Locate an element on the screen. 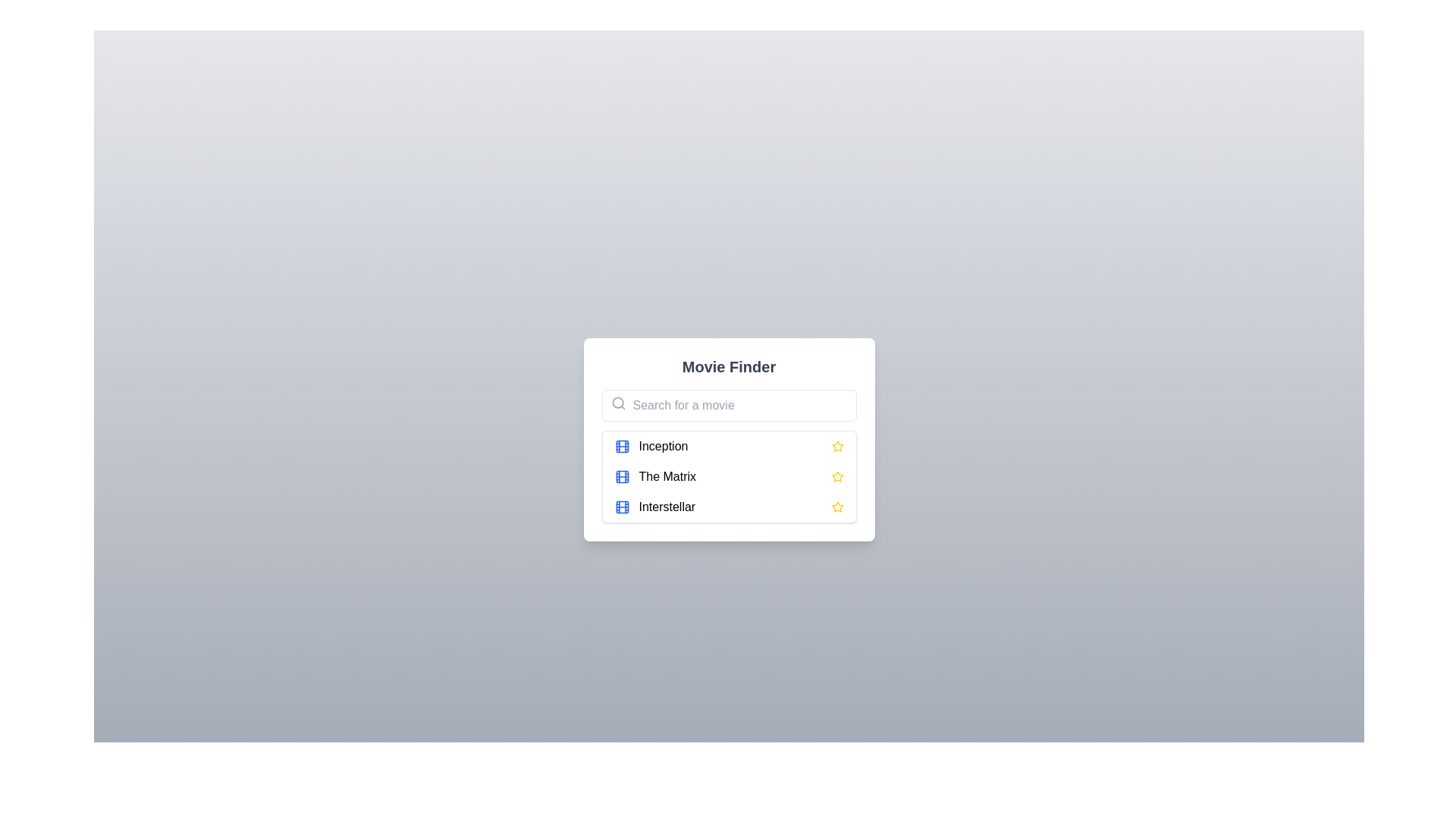 The image size is (1456, 819). the blue film reel icon that is located to the left of the text 'Inception' in the first row of the movie list under the 'Search for a movie' input is located at coordinates (622, 446).